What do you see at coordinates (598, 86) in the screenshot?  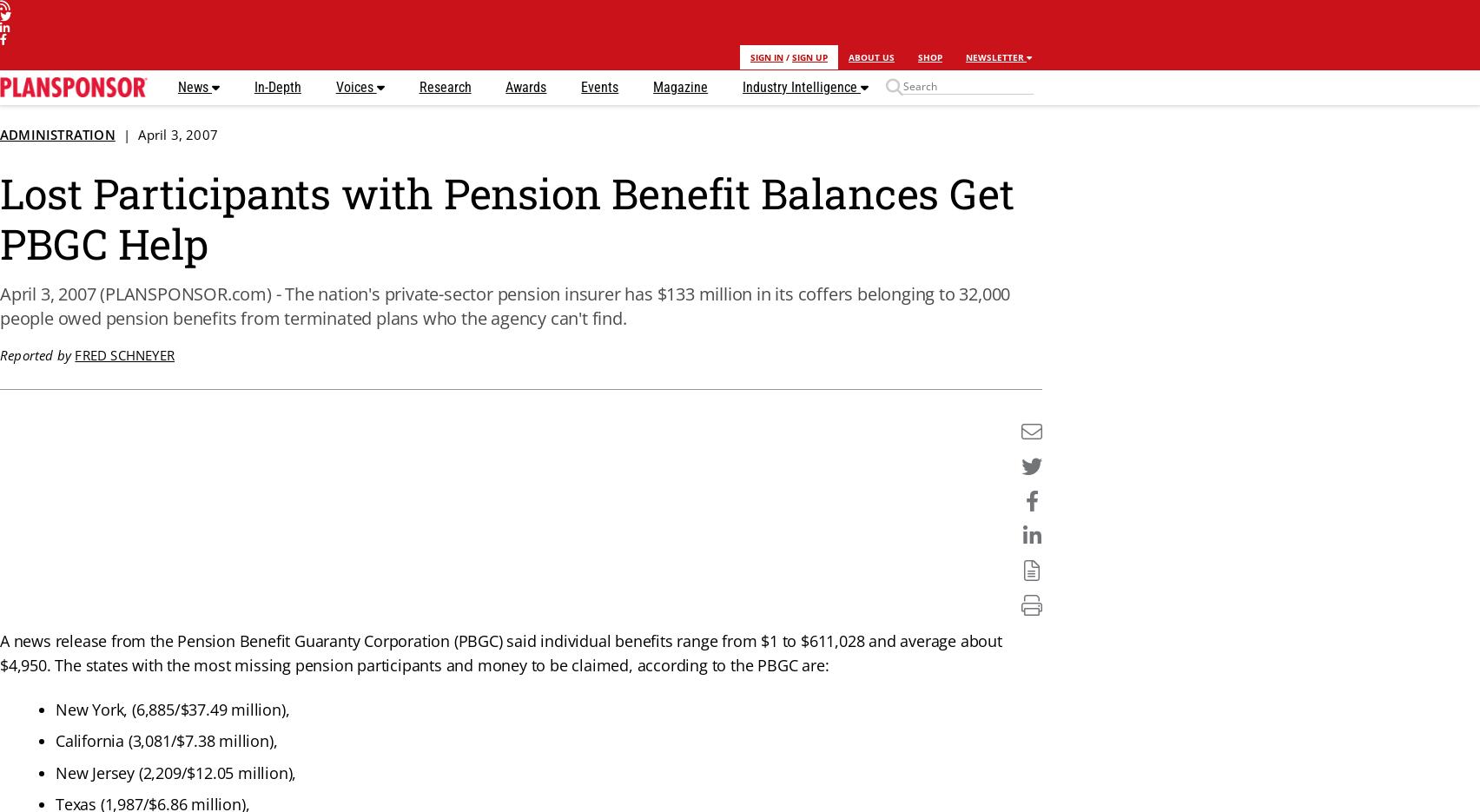 I see `'Events'` at bounding box center [598, 86].